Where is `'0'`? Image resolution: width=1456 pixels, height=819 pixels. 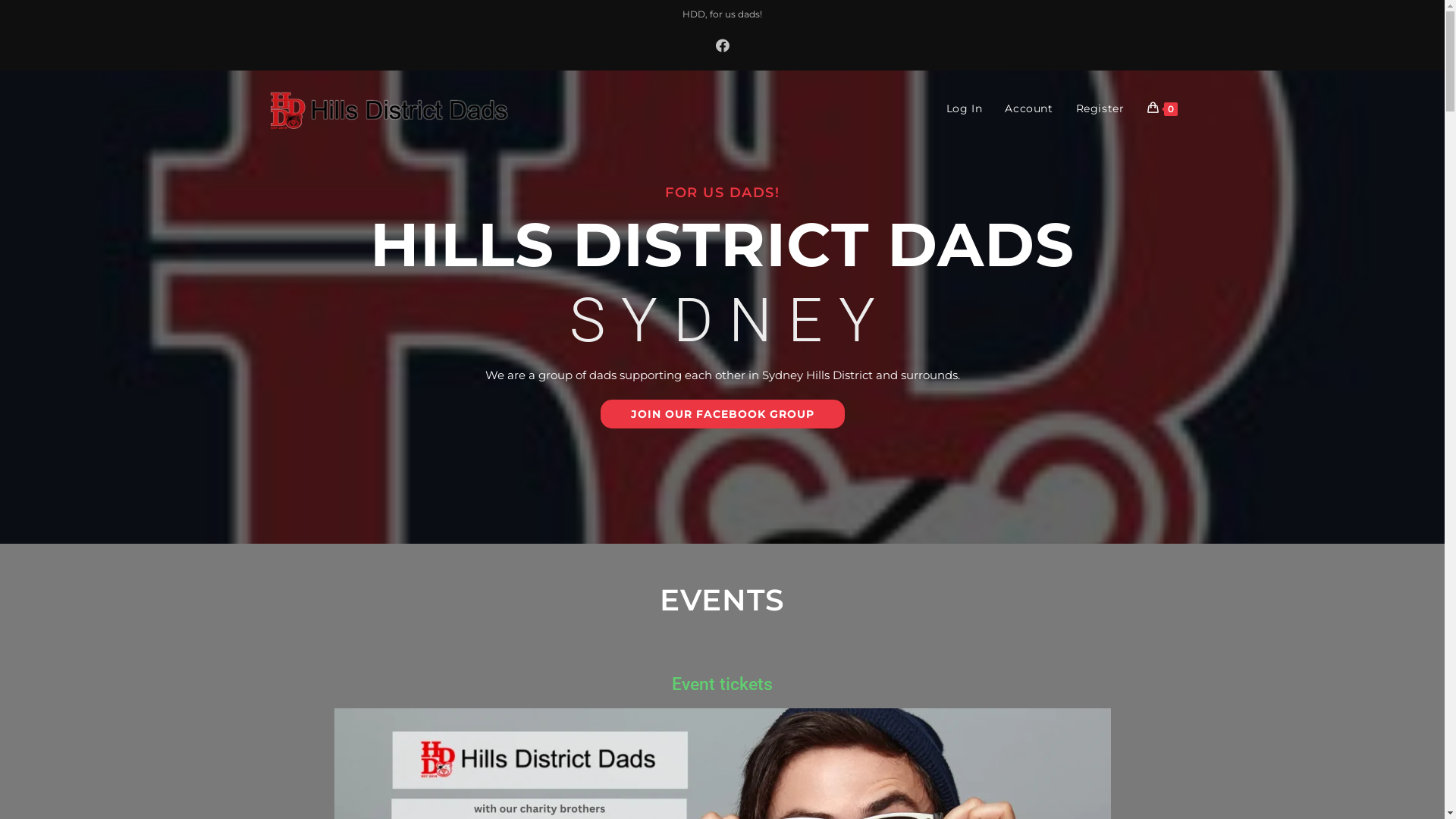
'0' is located at coordinates (1135, 107).